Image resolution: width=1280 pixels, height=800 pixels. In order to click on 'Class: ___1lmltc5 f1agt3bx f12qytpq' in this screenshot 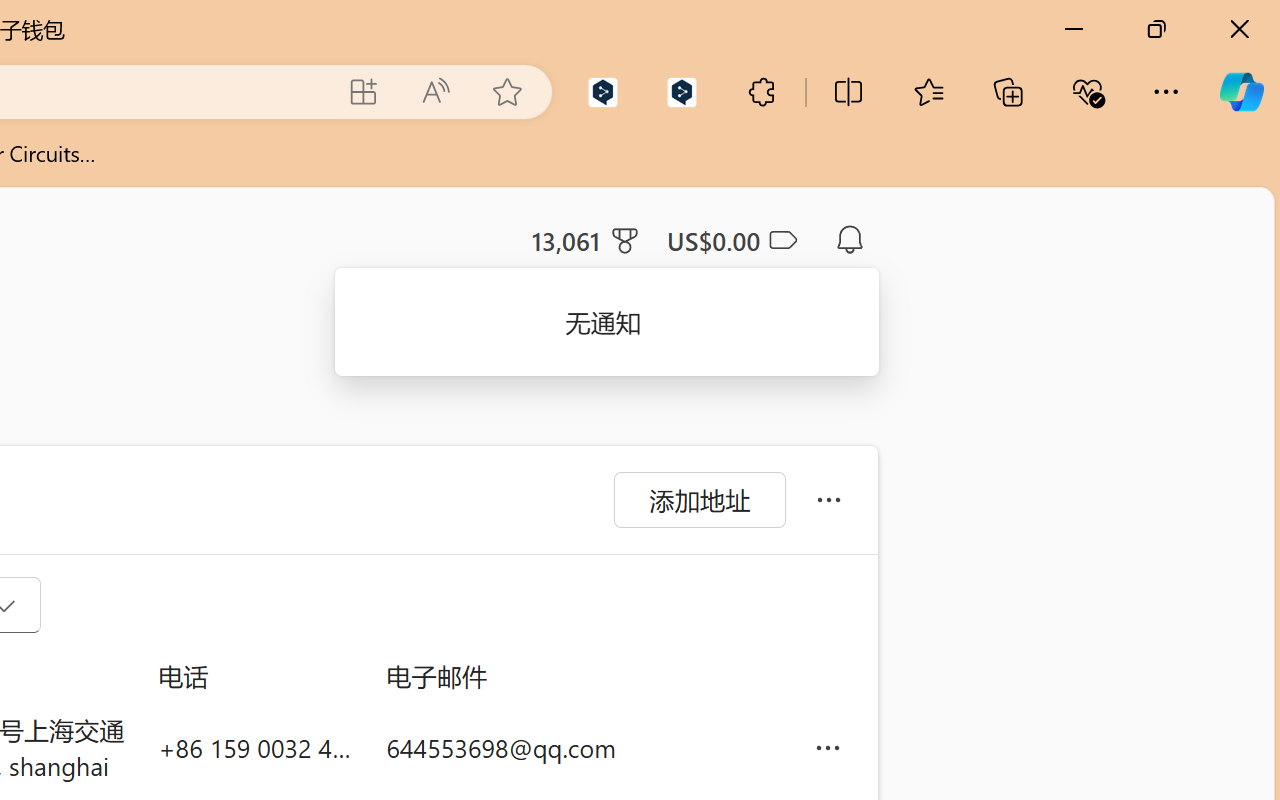, I will do `click(780, 240)`.